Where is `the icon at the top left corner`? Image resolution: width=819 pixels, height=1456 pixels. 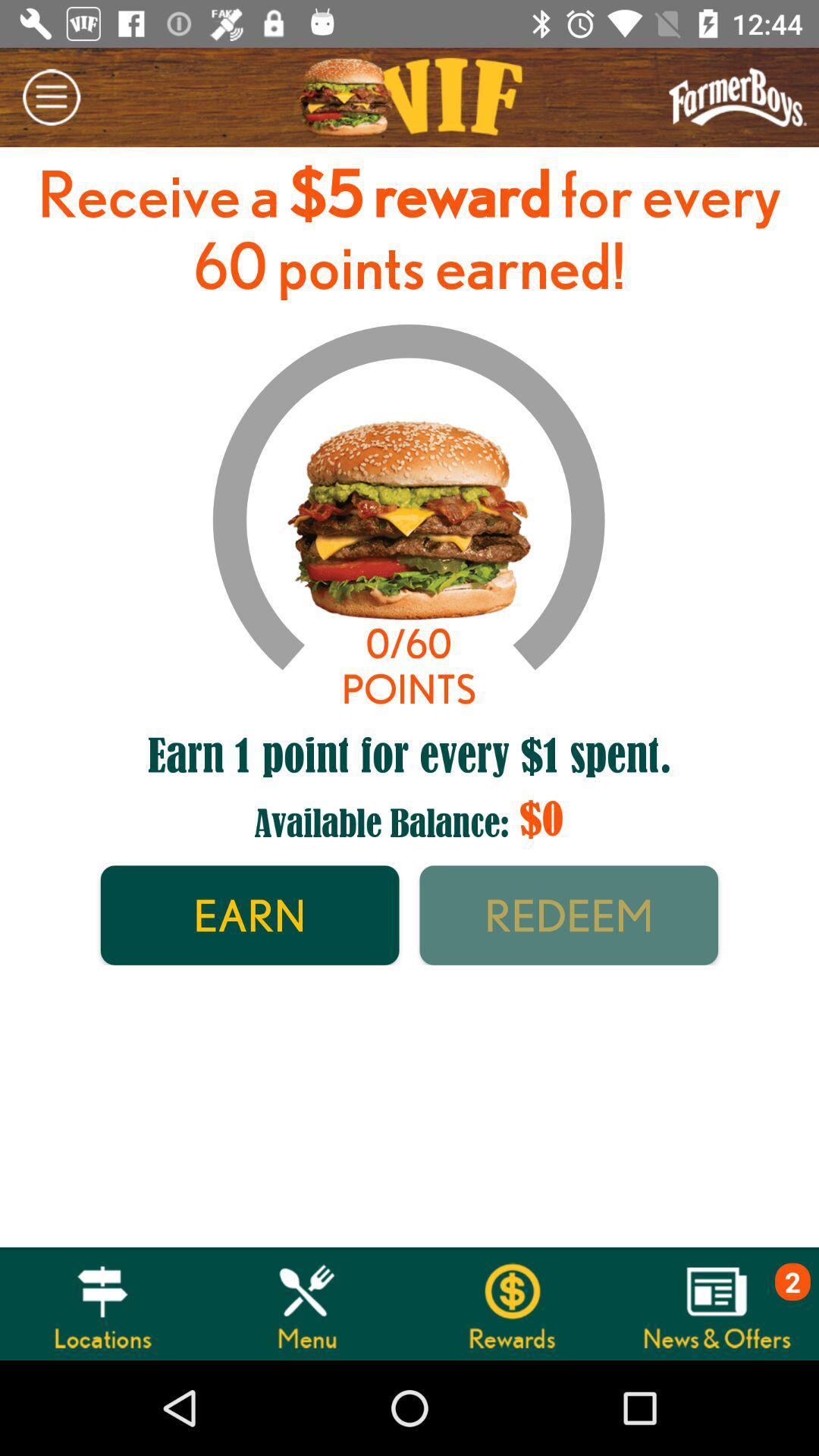 the icon at the top left corner is located at coordinates (50, 96).